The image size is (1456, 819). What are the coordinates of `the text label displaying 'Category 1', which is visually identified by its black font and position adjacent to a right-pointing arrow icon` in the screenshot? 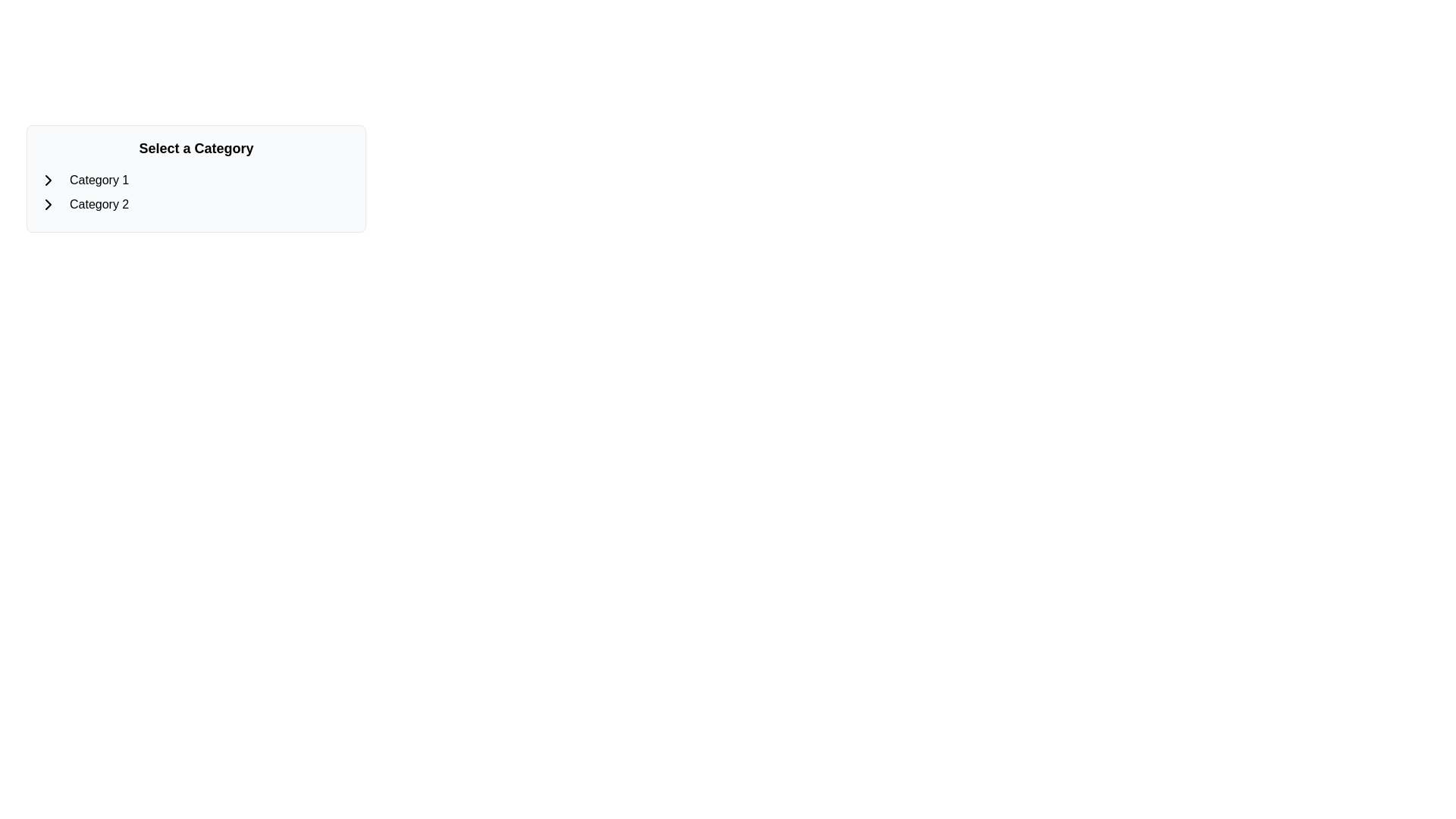 It's located at (99, 180).